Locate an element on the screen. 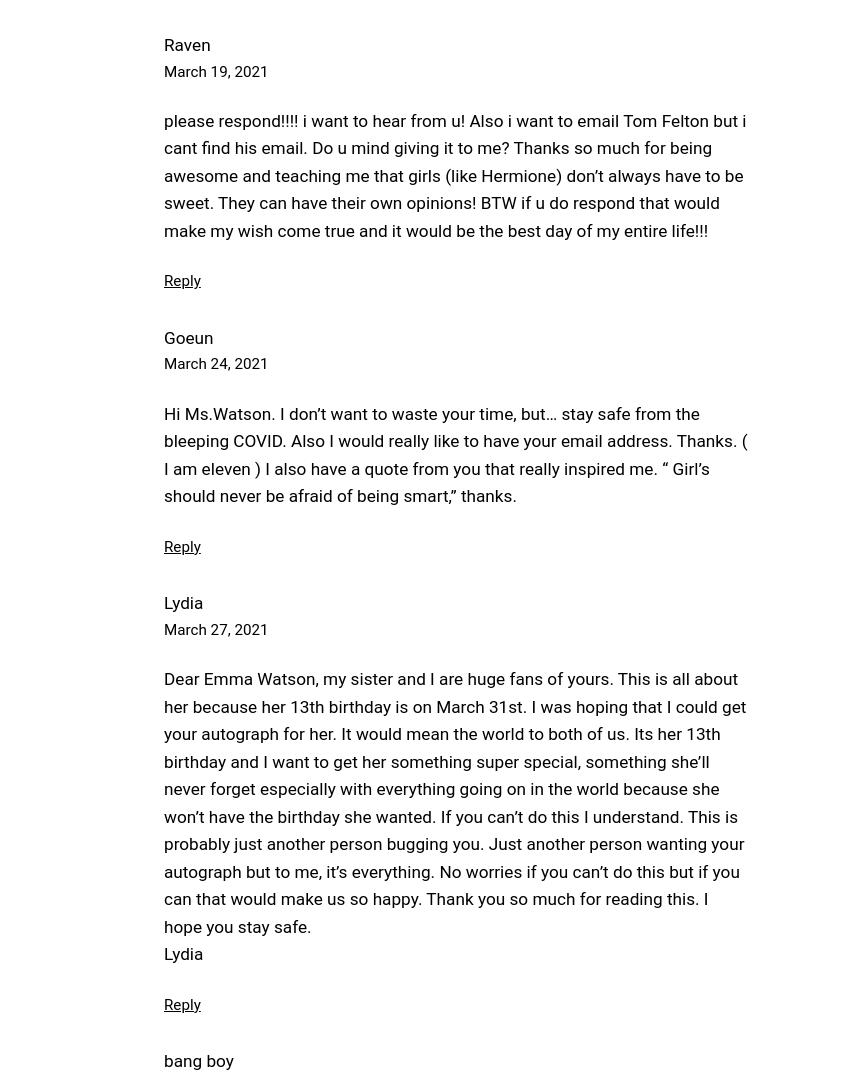 This screenshot has width=850, height=1074. 'March 24, 2021' is located at coordinates (215, 362).